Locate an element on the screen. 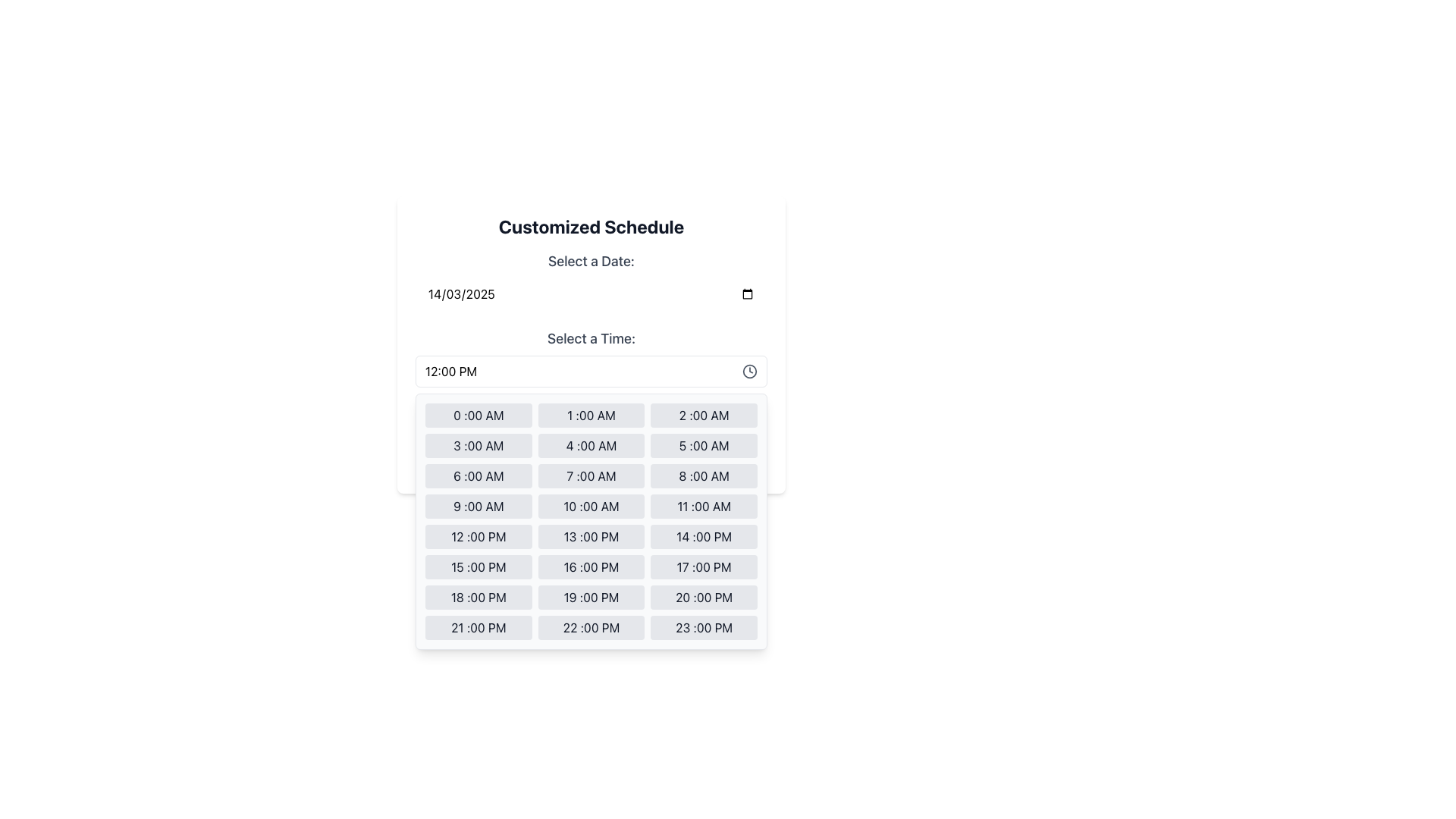 Image resolution: width=1456 pixels, height=819 pixels. the time selection button representing '10:00 AM' in the fourth row and second column of the grid is located at coordinates (590, 506).